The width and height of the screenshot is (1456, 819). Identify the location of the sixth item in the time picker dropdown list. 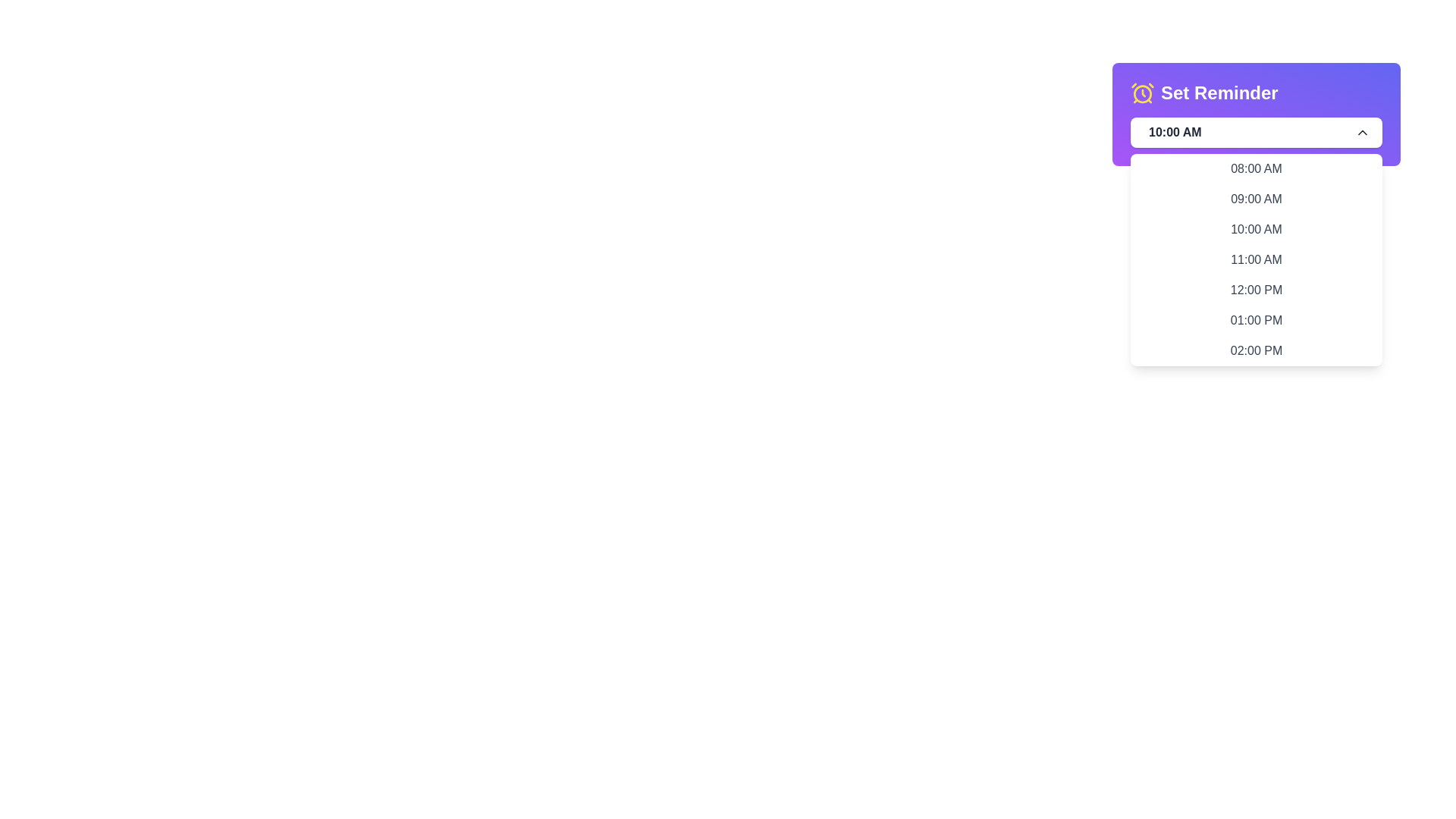
(1256, 320).